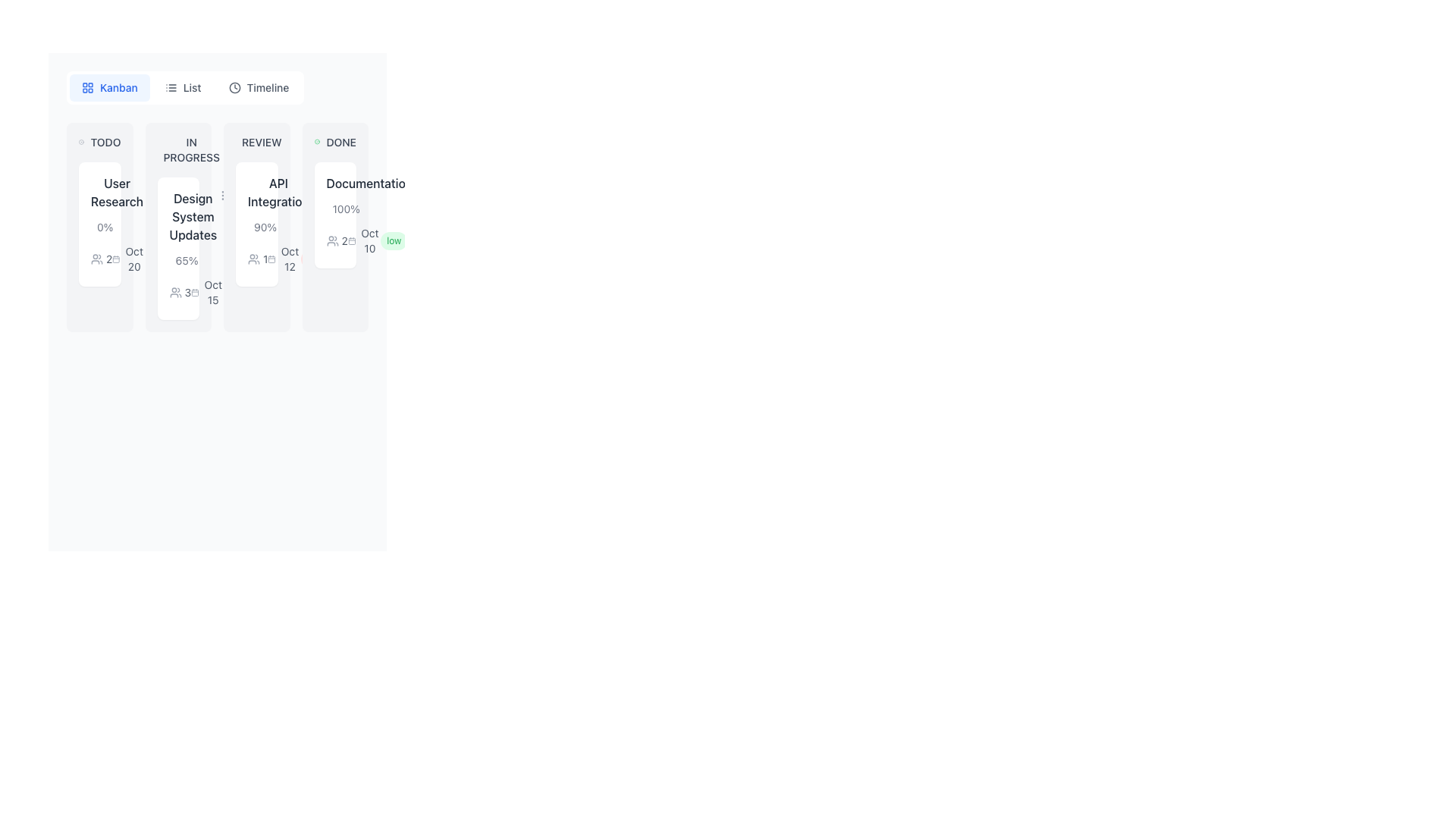 The image size is (1456, 819). What do you see at coordinates (178, 247) in the screenshot?
I see `the second card in the 'IN PROGRESS' column of the Kanban view` at bounding box center [178, 247].